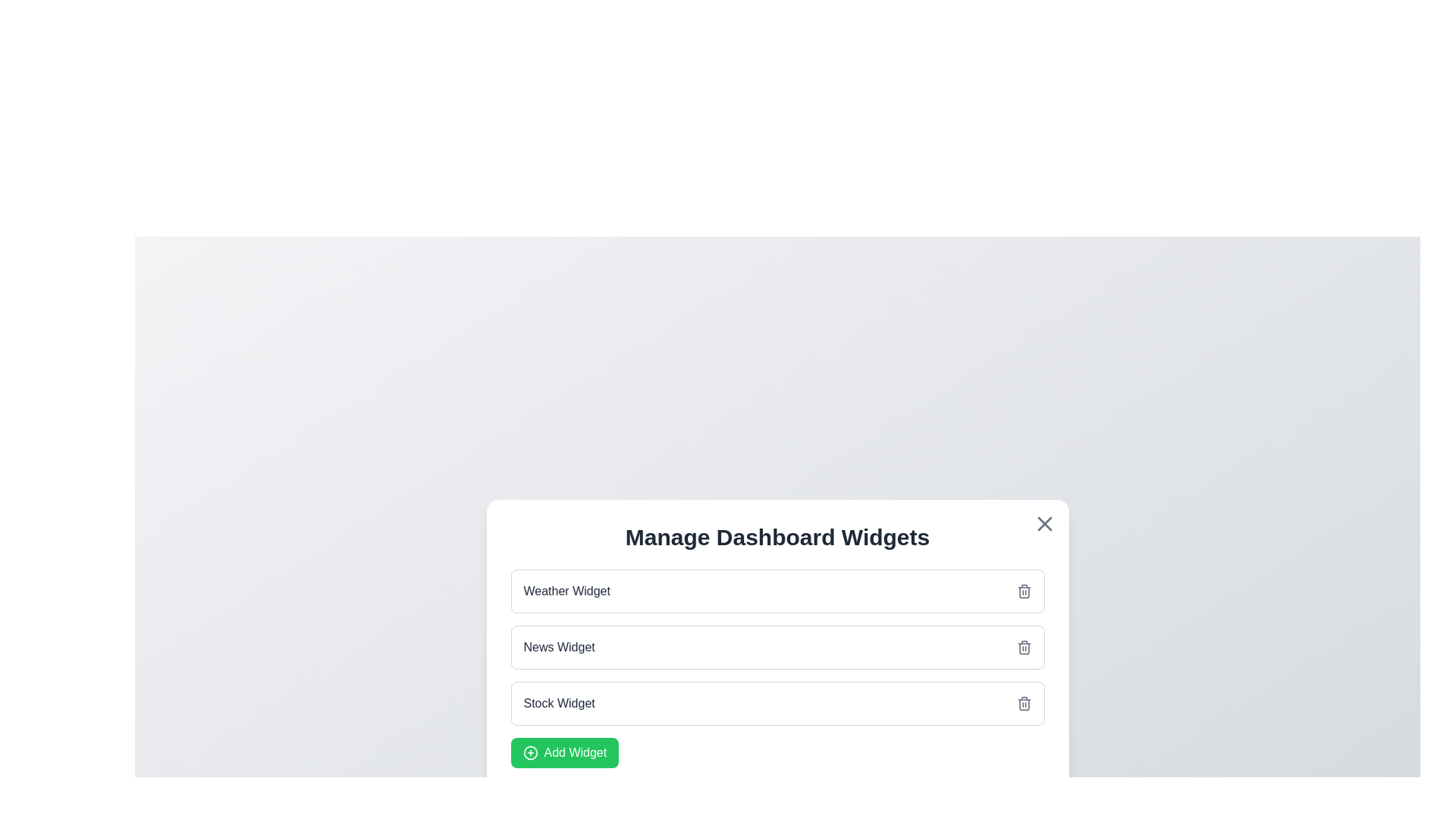  I want to click on close button at the top-right corner of the dialog to close it, so click(1043, 522).